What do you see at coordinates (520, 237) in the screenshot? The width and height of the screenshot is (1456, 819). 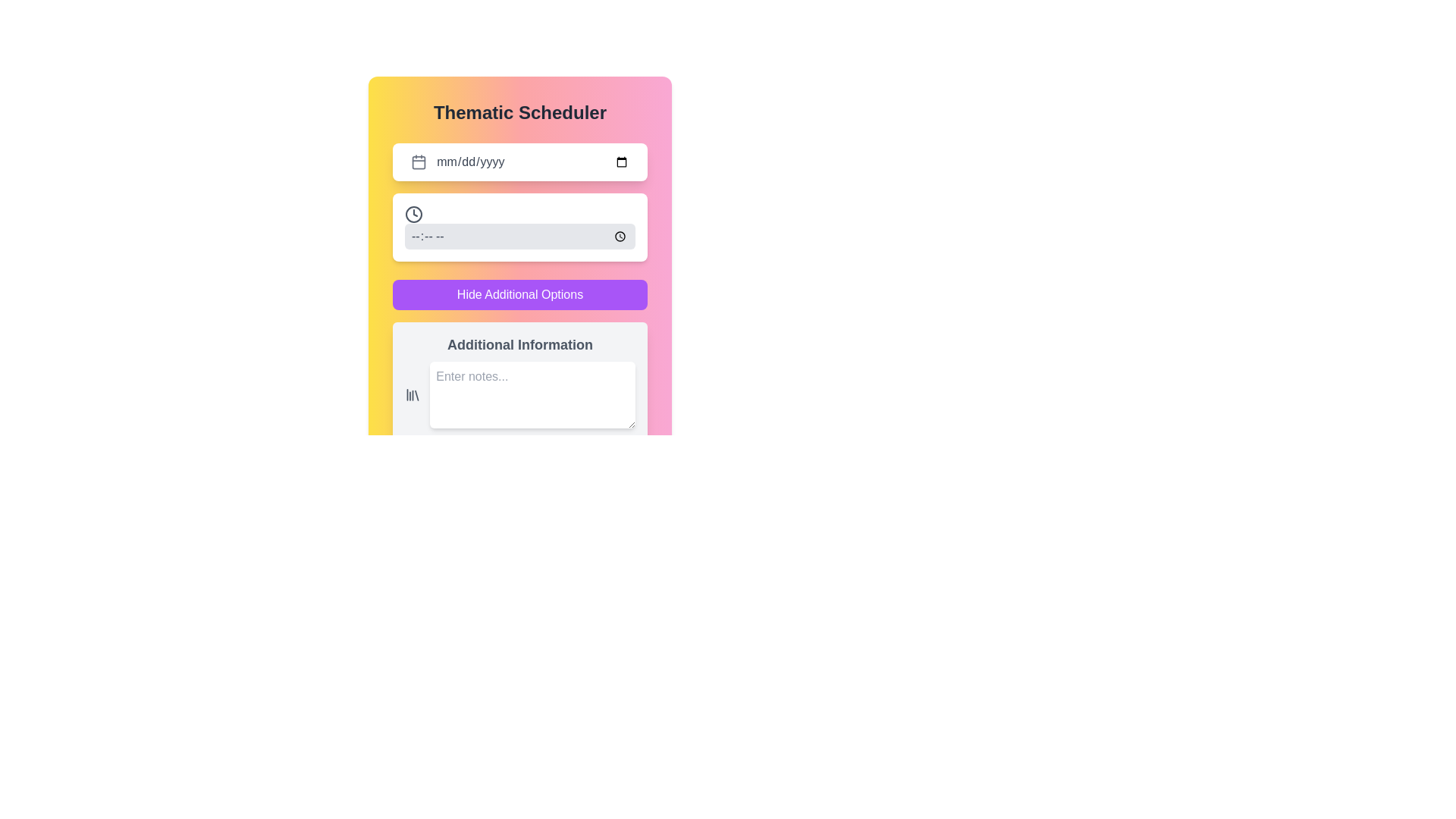 I see `the Time input field to focus and allow for time entry` at bounding box center [520, 237].